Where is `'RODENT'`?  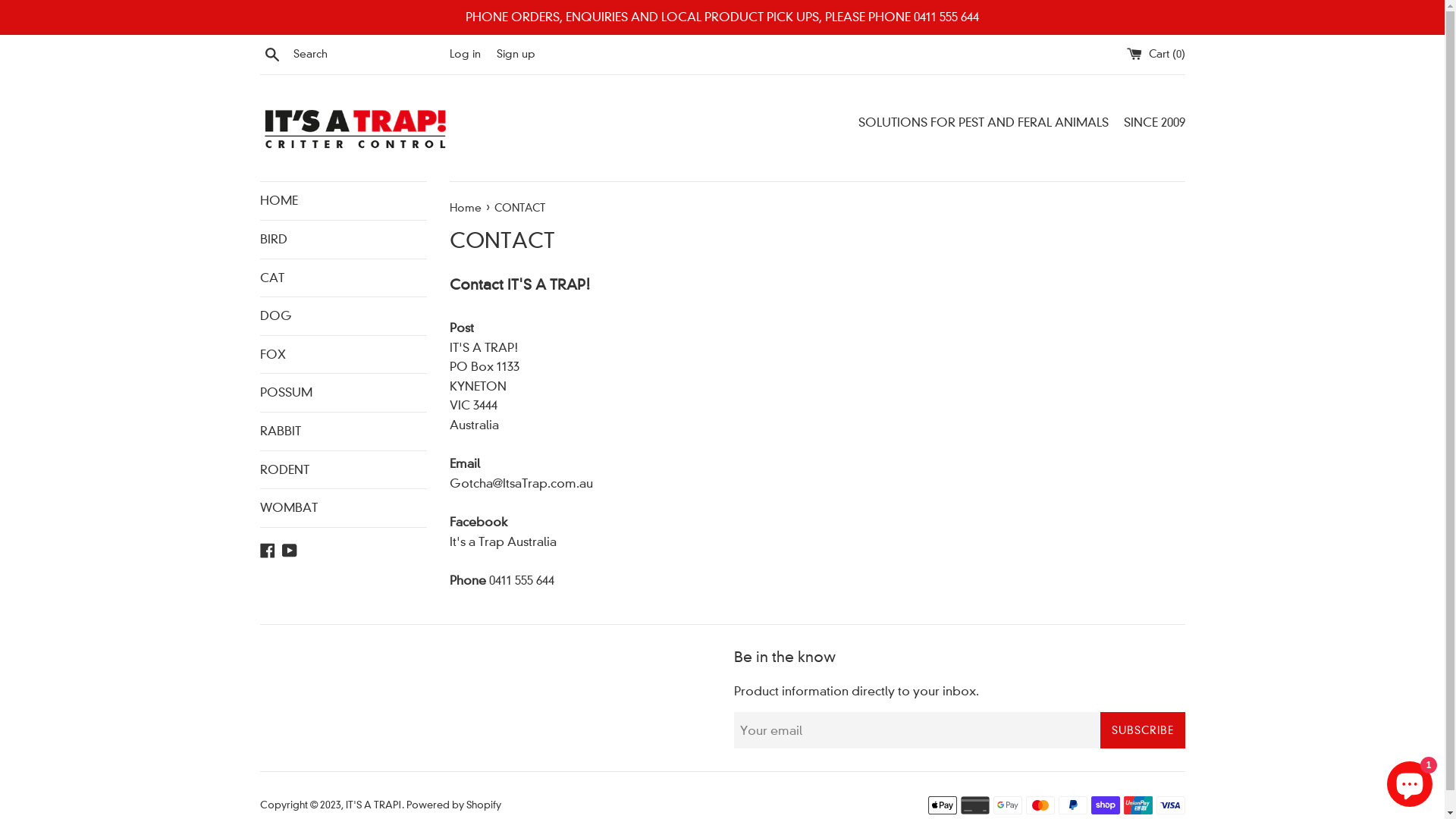 'RODENT' is located at coordinates (341, 468).